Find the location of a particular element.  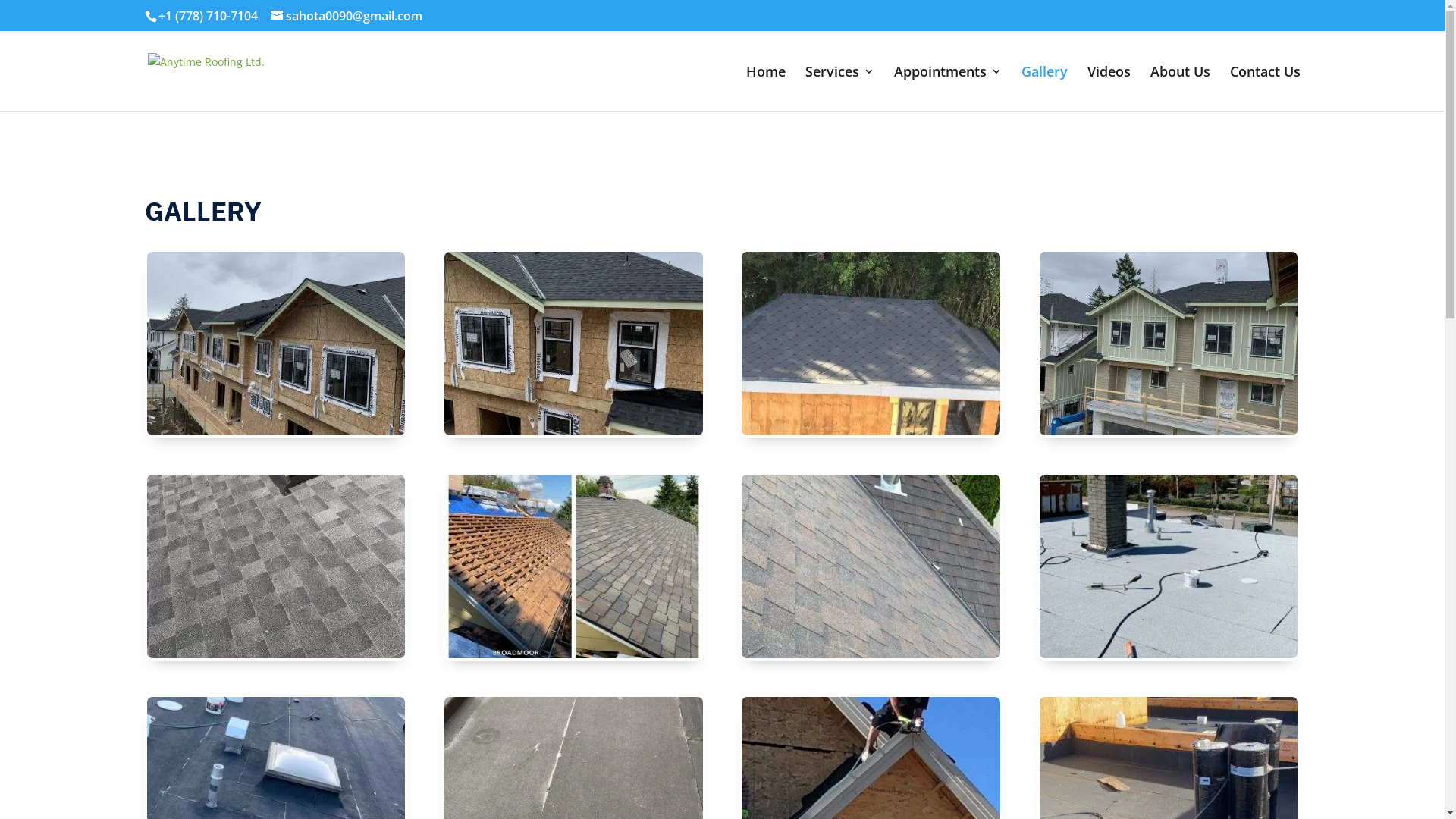

'Appointments' is located at coordinates (946, 88).